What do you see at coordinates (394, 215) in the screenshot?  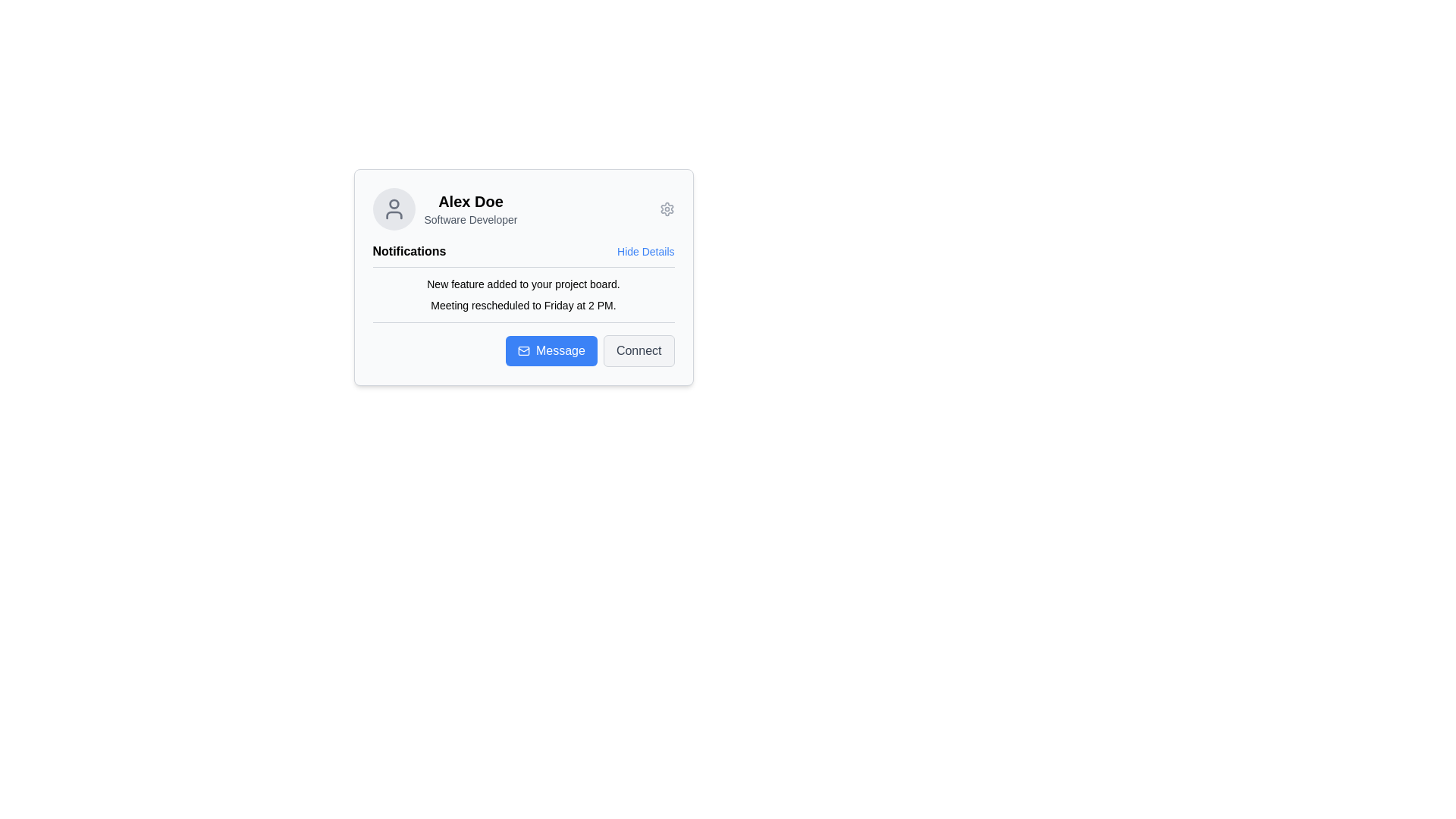 I see `the lower part of the user icon, which is a geometric shape resembling a torso within the circular avatar frame` at bounding box center [394, 215].